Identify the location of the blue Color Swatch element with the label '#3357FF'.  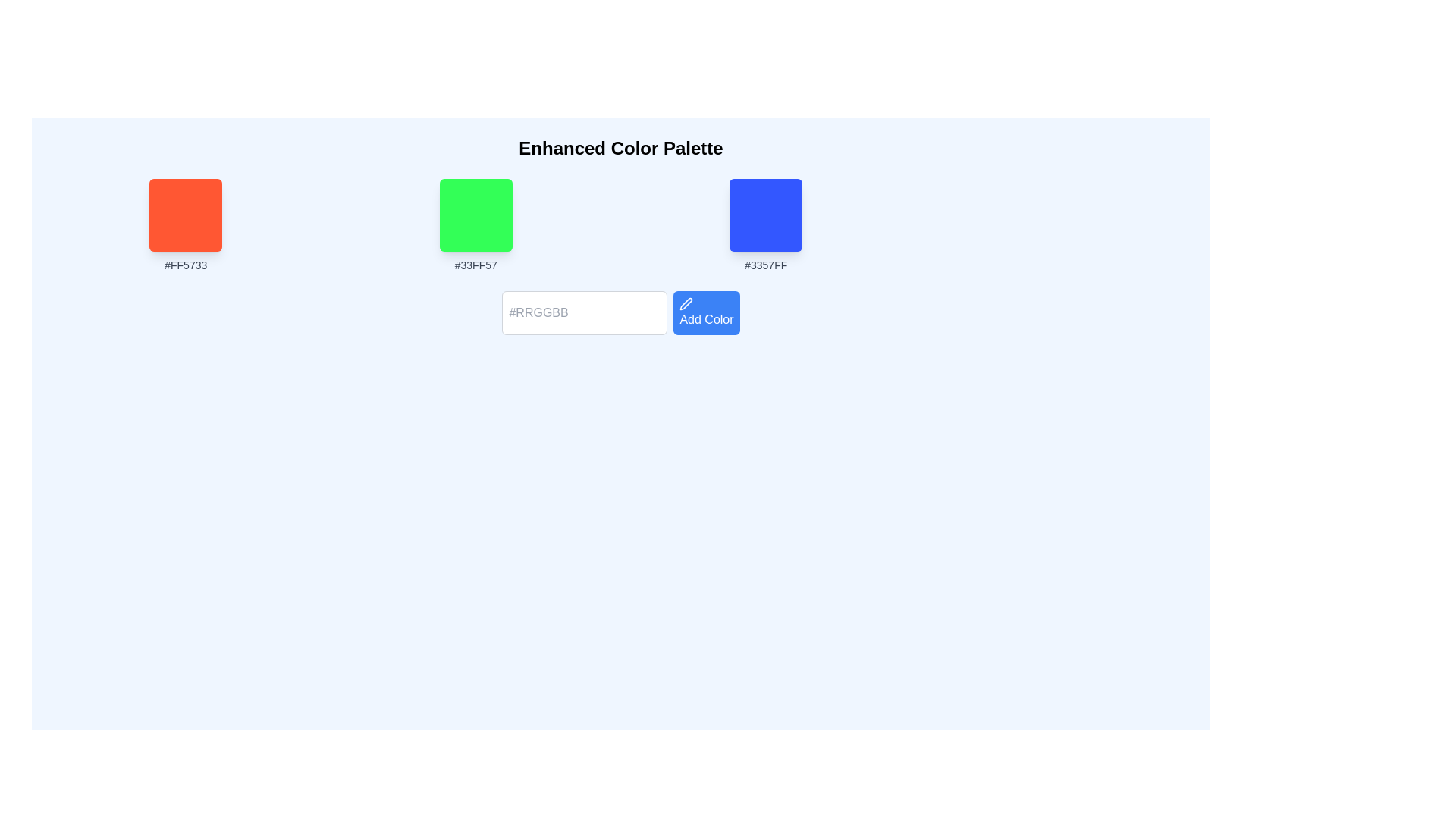
(766, 225).